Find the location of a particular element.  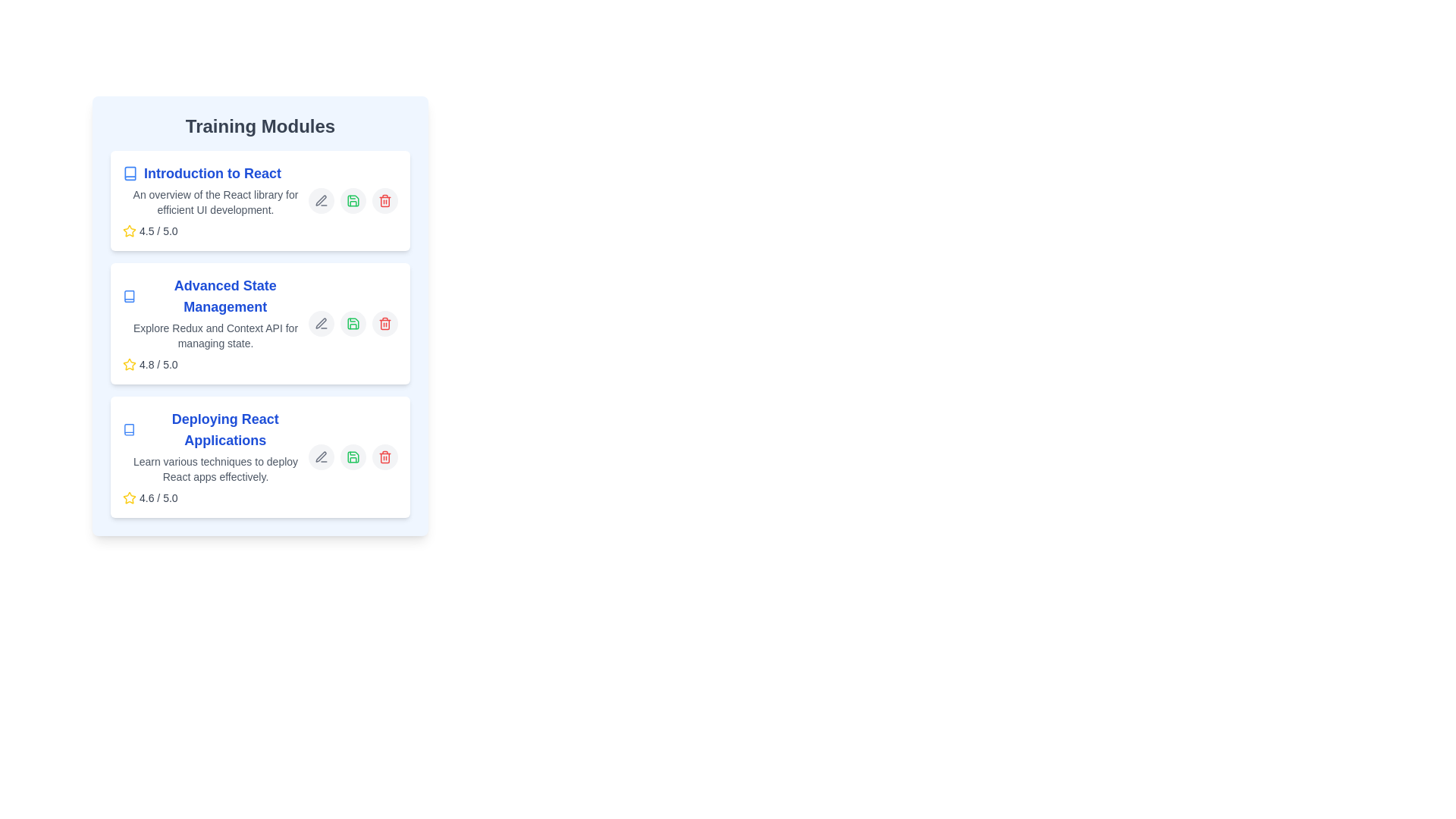

the numerical rating Text label in the 'Advanced State Management' module card, which displays the quality or popularity rating, located below the title and description text, and to the right of a star icon is located at coordinates (158, 365).